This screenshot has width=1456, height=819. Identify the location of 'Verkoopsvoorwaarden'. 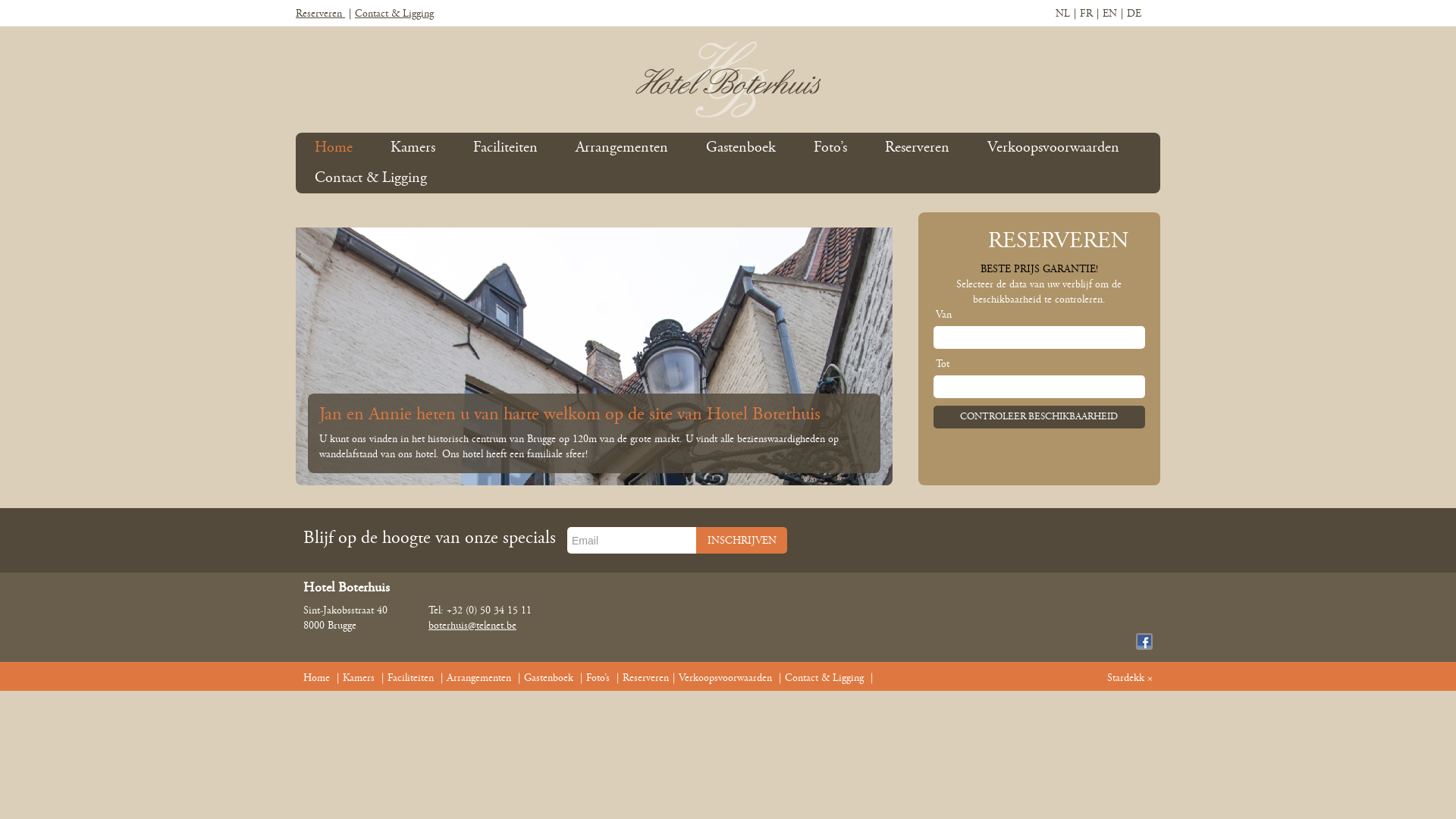
(724, 677).